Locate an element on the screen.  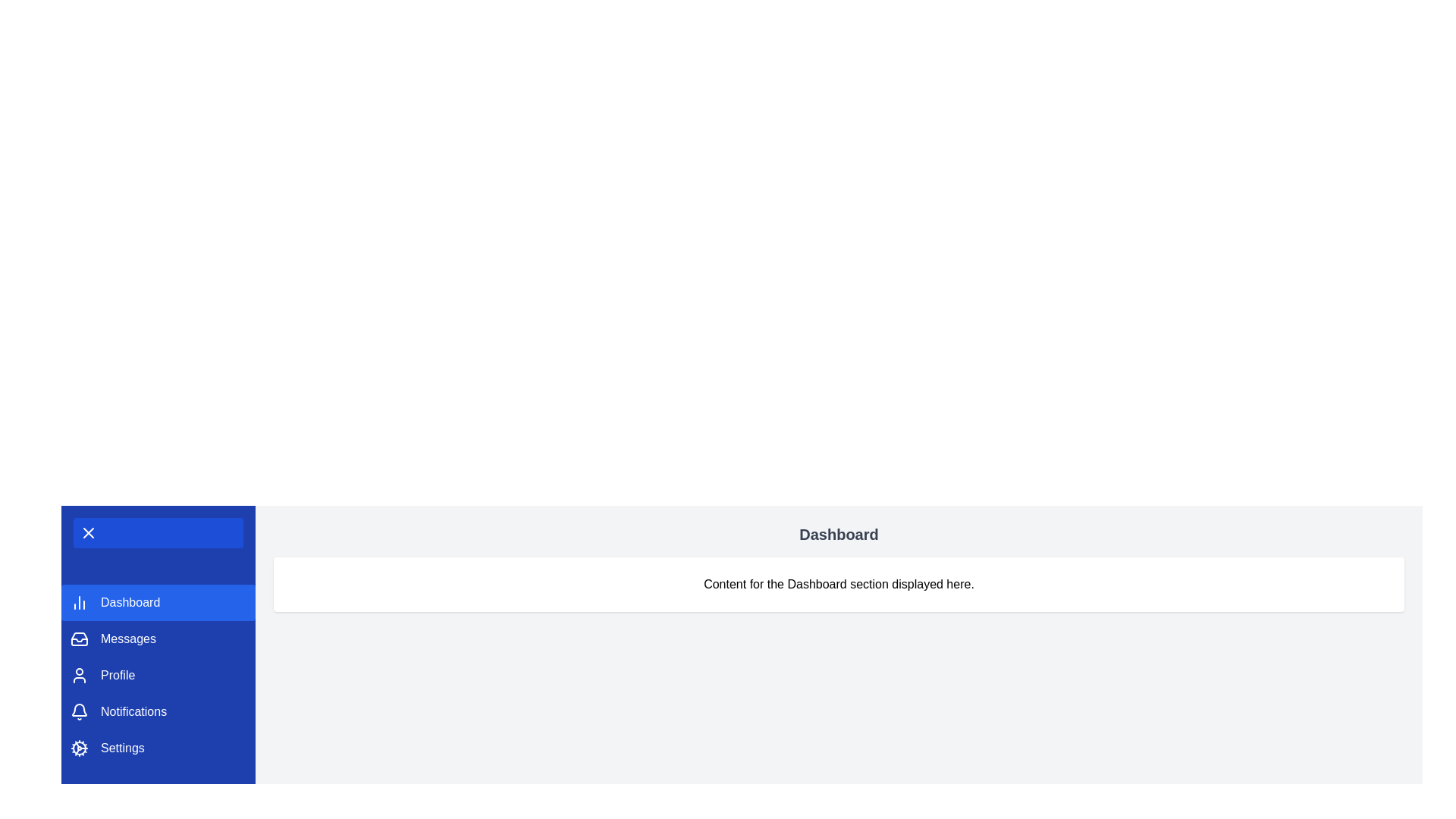
the cog icon representing settings from its position in the left-side navigation menu, as it is part of a customizable toolbar is located at coordinates (79, 748).